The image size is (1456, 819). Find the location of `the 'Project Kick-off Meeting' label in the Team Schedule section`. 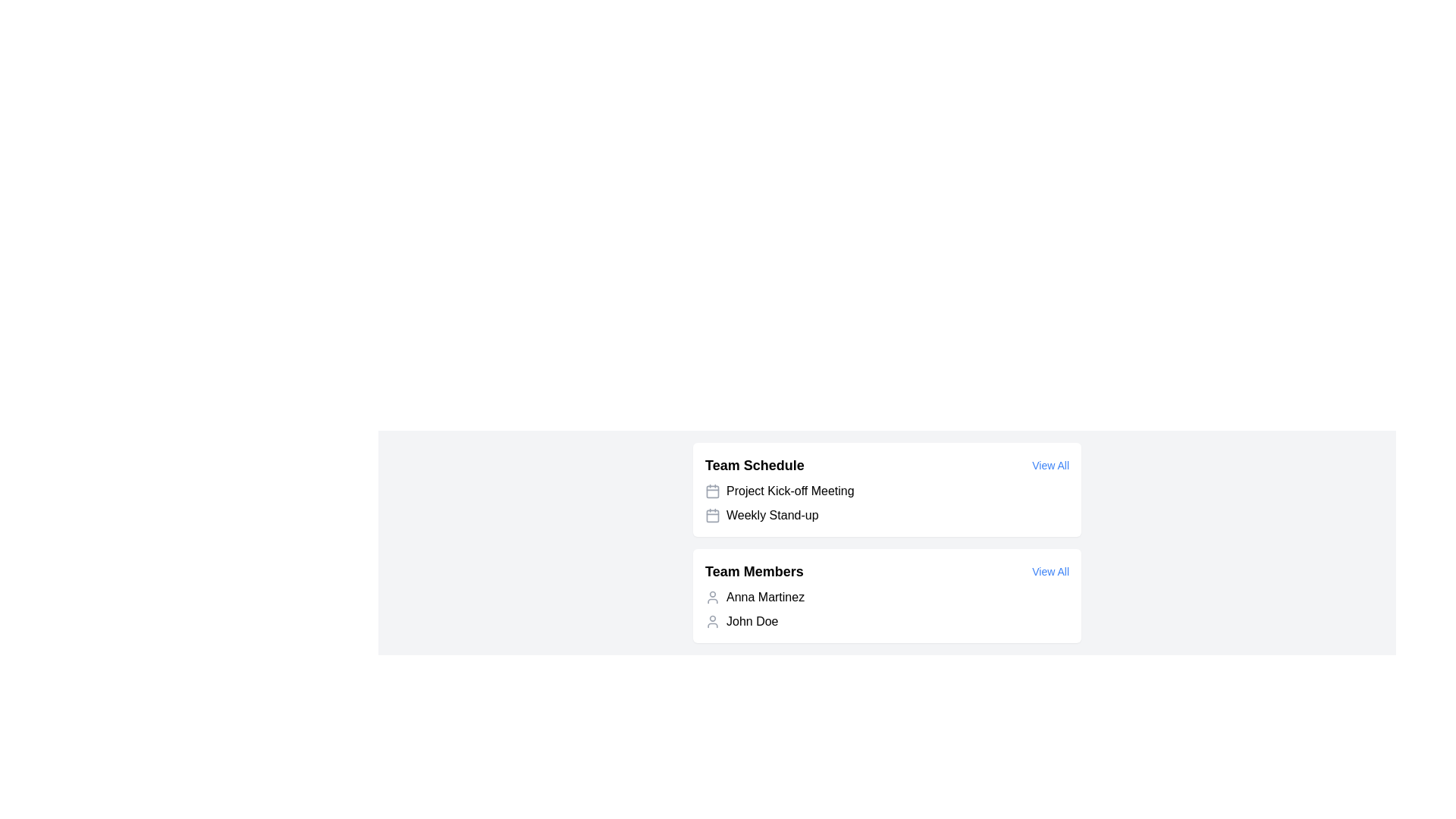

the 'Project Kick-off Meeting' label in the Team Schedule section is located at coordinates (789, 491).